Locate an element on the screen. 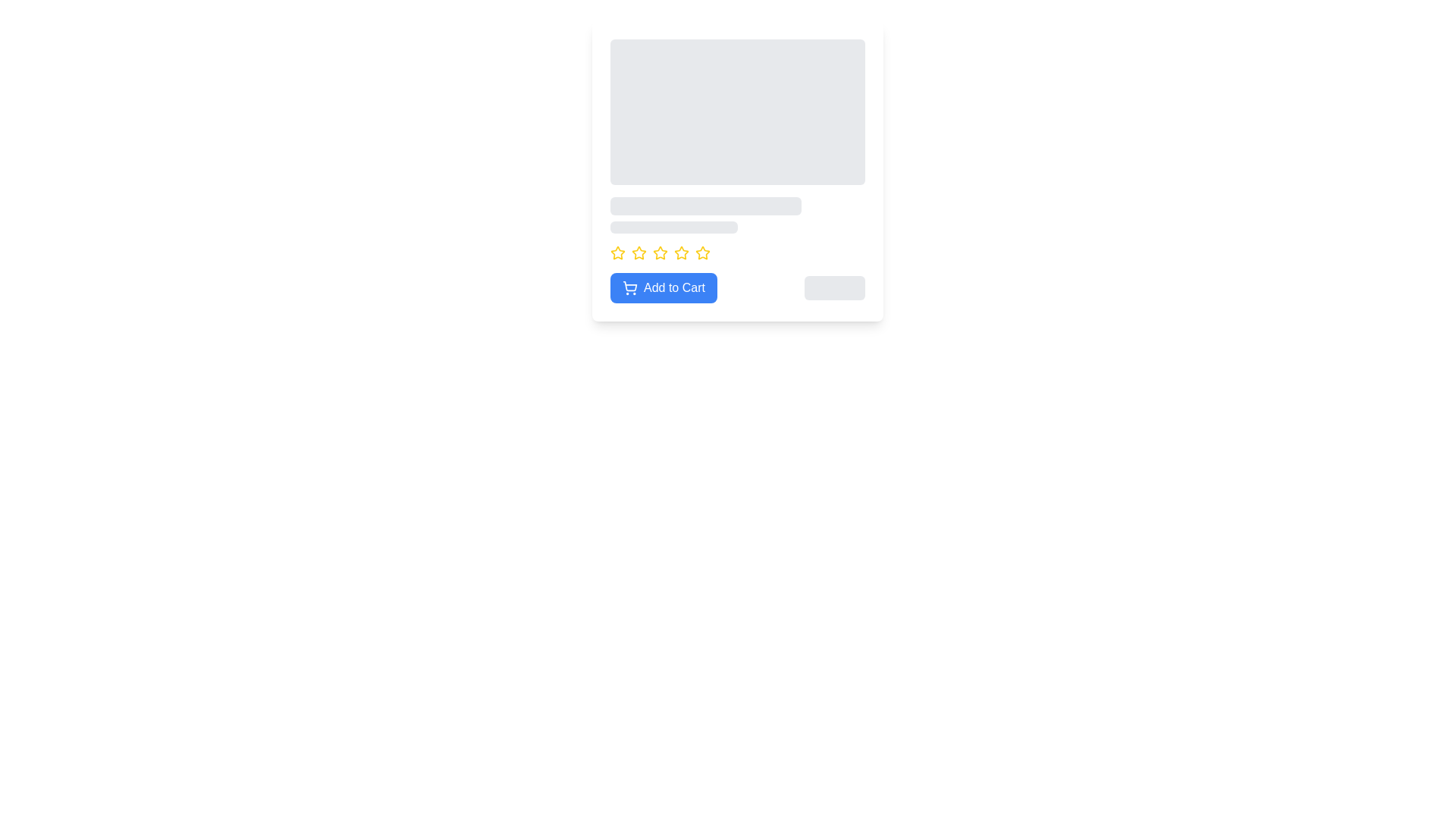 The image size is (1456, 819). the yellow star icon, which is the last in a row of nine stars is located at coordinates (701, 253).